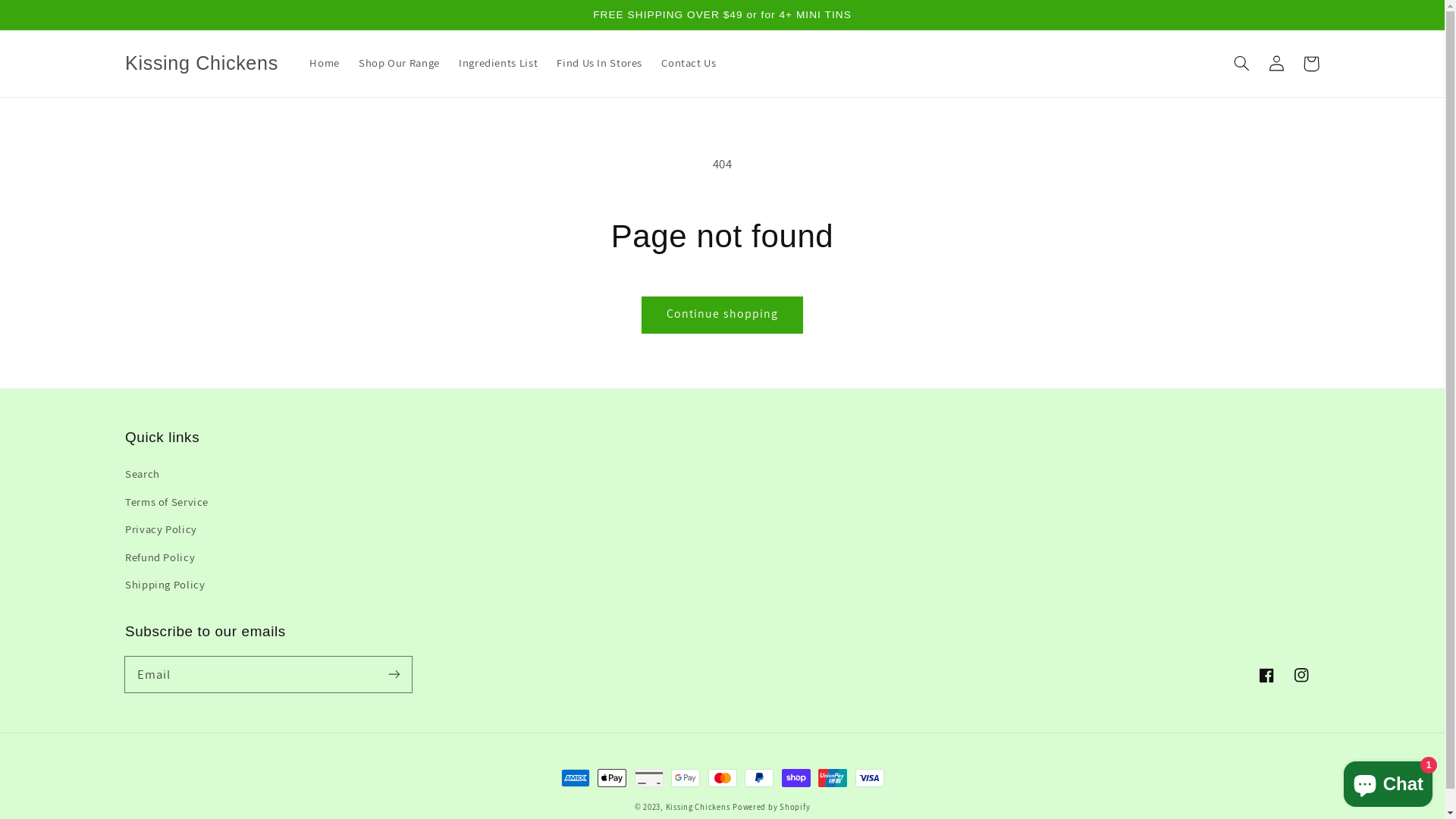 Image resolution: width=1456 pixels, height=819 pixels. Describe the element at coordinates (300, 63) in the screenshot. I see `'Home'` at that location.